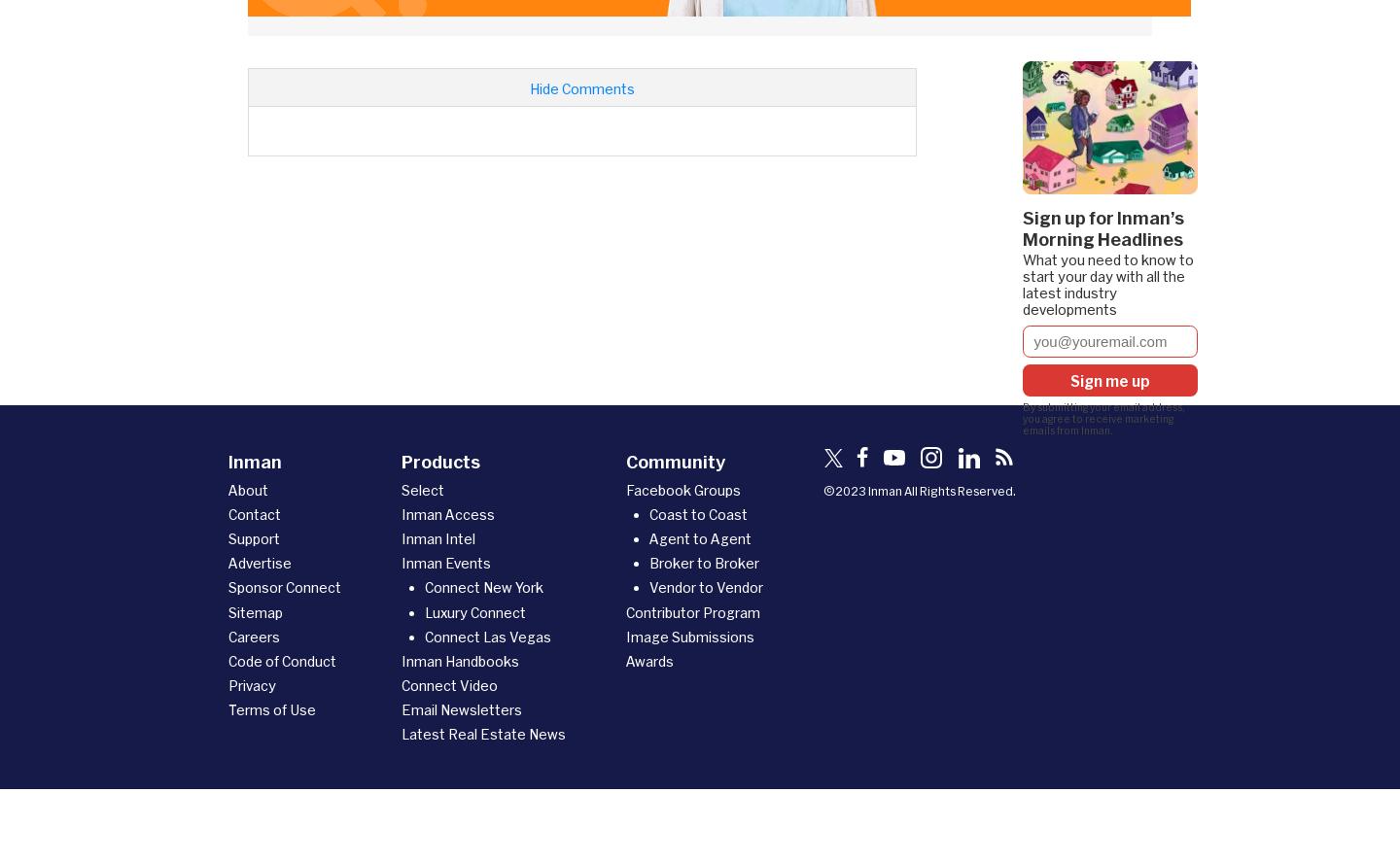  I want to click on '©2023 Inman All Rights Reserved.', so click(919, 490).